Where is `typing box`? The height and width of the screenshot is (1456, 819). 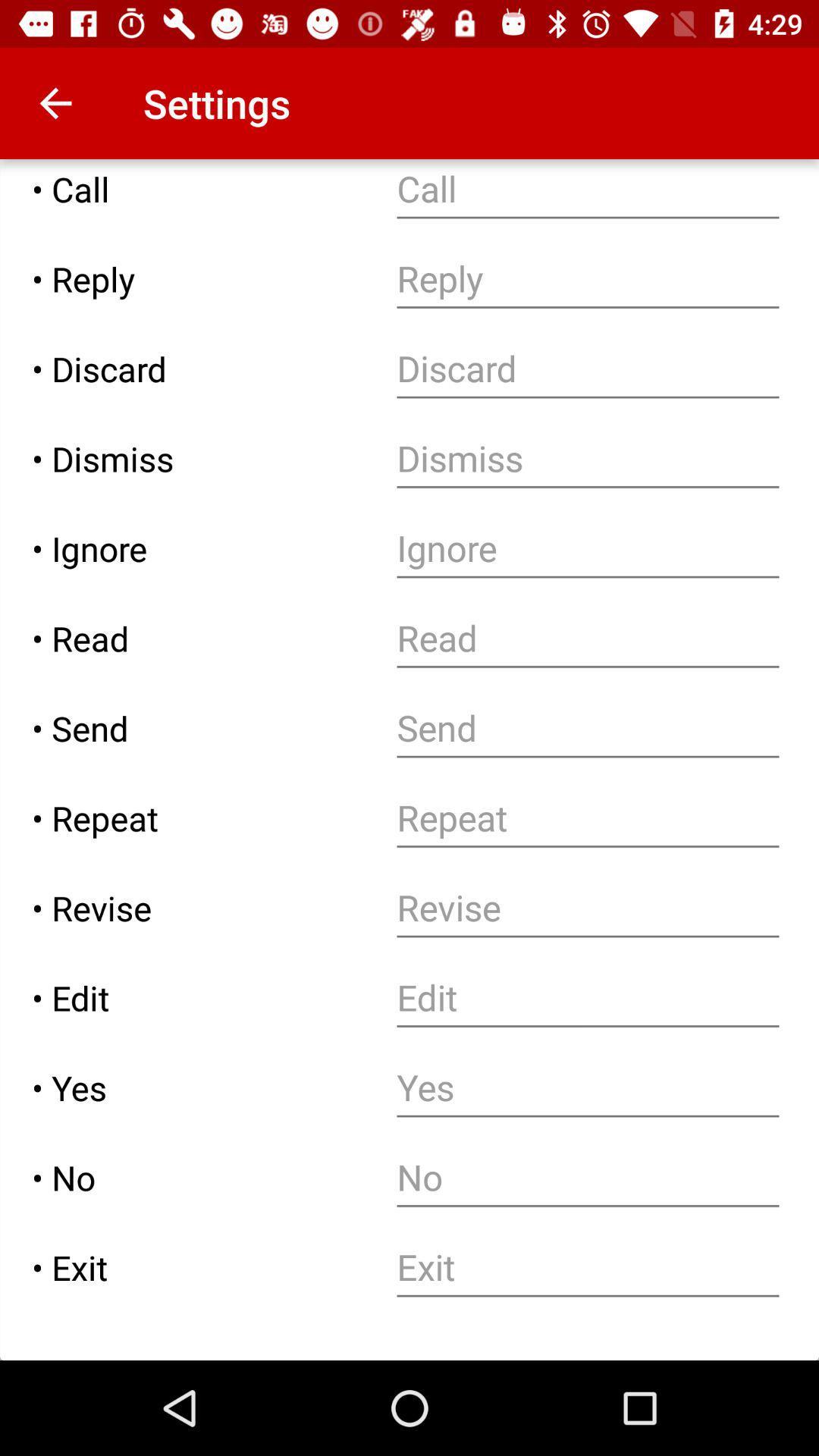
typing box is located at coordinates (587, 369).